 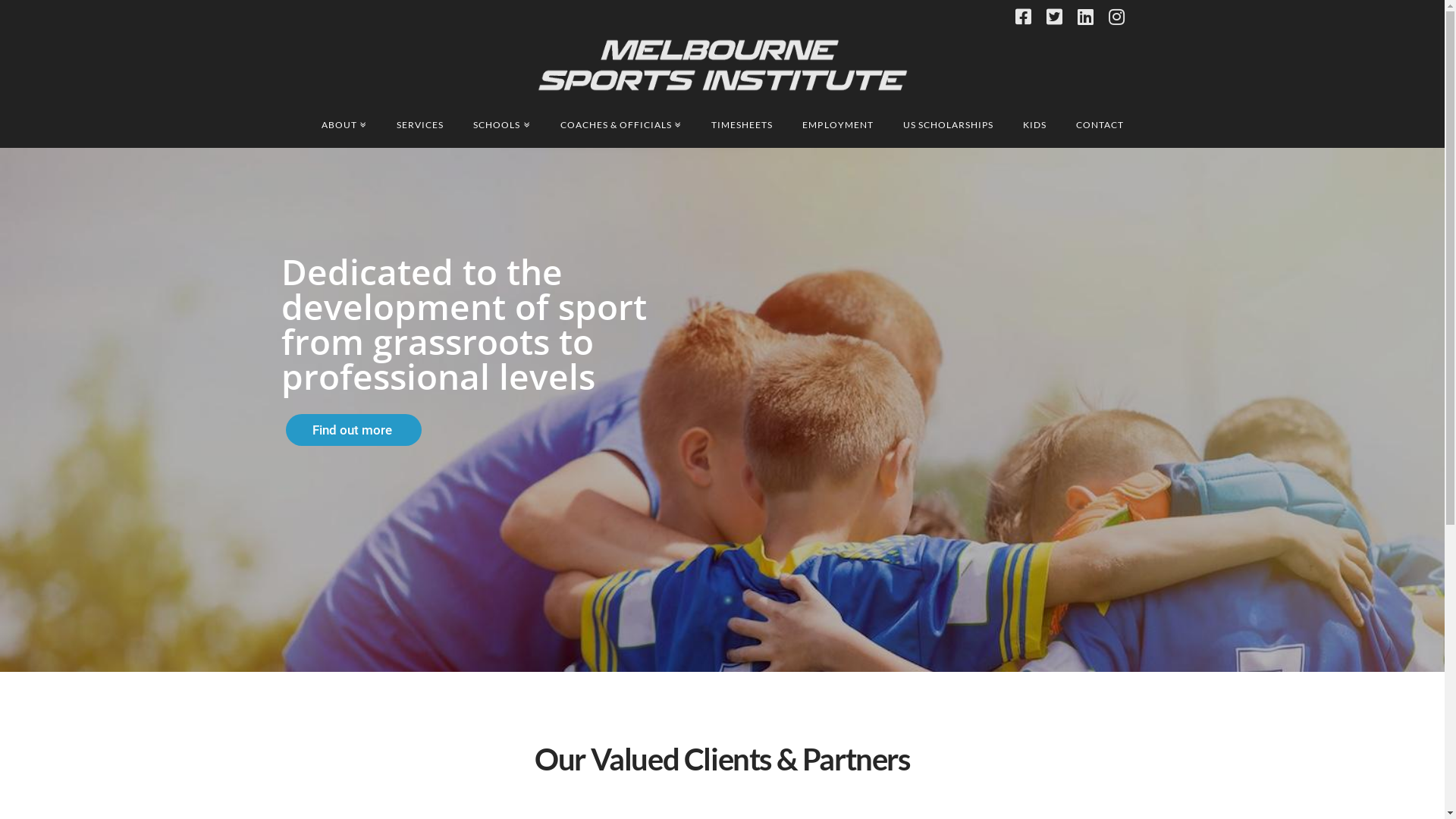 What do you see at coordinates (1099, 124) in the screenshot?
I see `'CONTACT'` at bounding box center [1099, 124].